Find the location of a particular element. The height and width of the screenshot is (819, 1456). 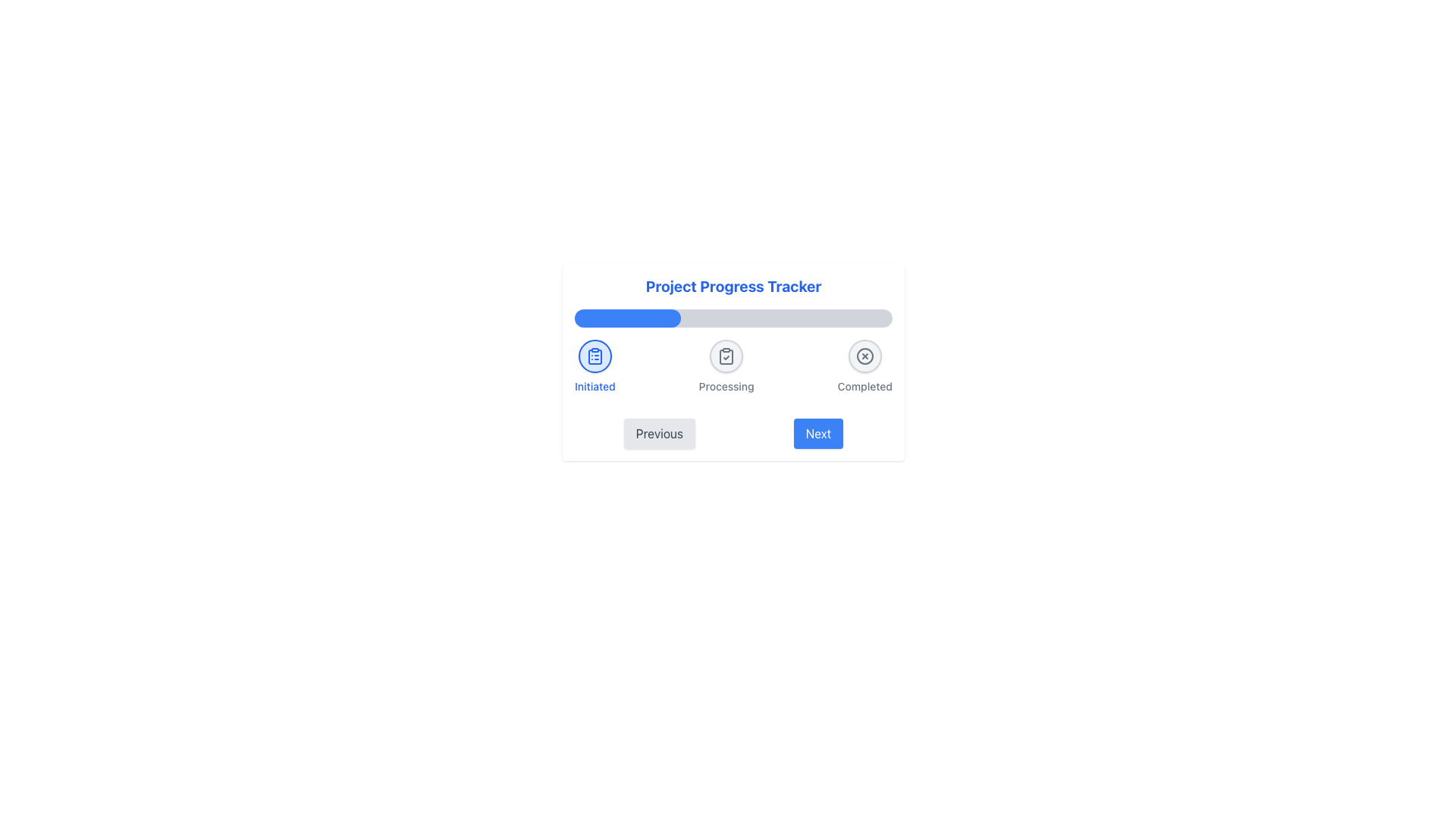

the 'Processing' label that is centrally positioned beneath the clipboard icon in the progress tracker interface is located at coordinates (726, 385).